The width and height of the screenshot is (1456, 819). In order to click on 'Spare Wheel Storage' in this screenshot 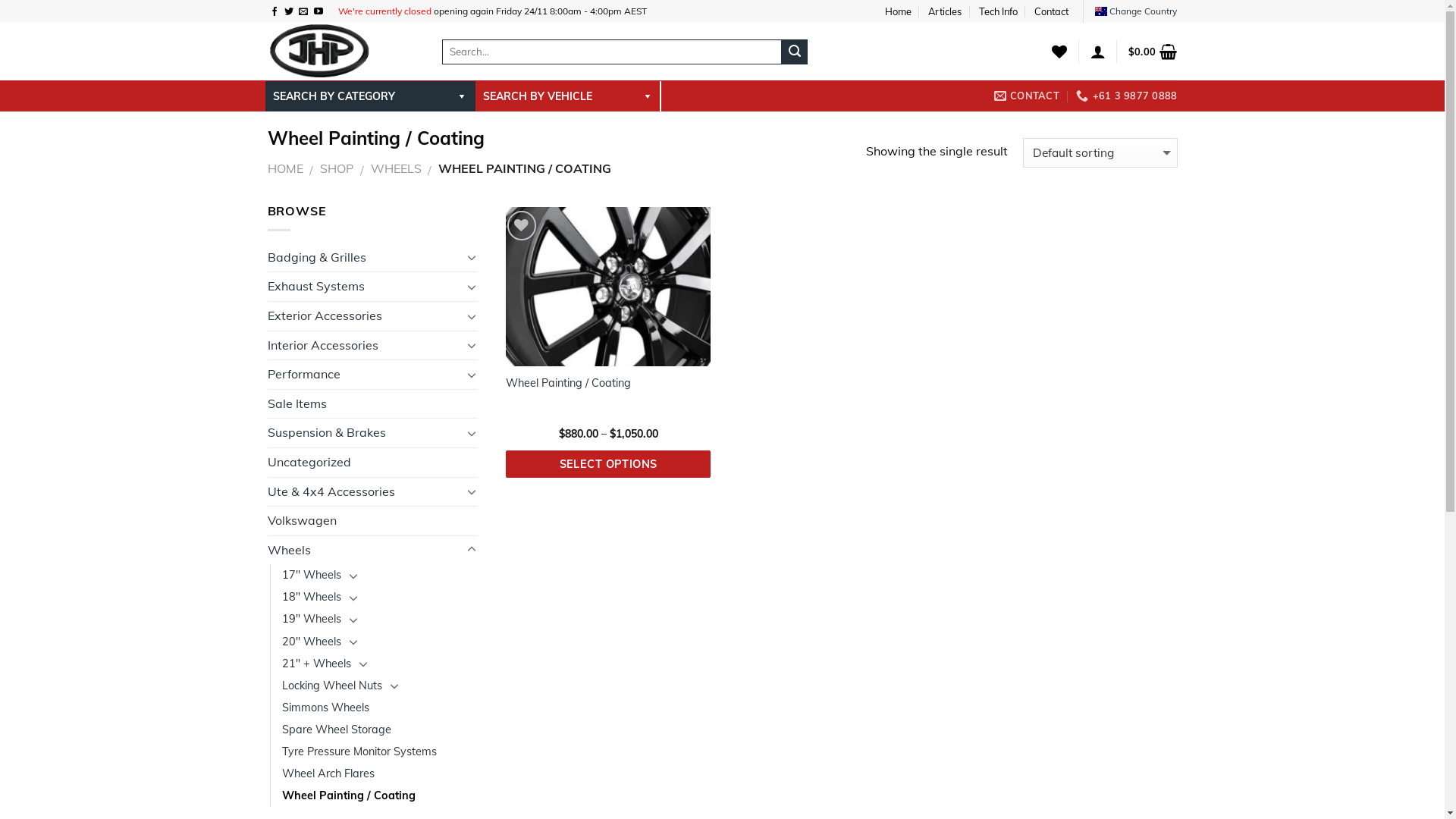, I will do `click(336, 729)`.